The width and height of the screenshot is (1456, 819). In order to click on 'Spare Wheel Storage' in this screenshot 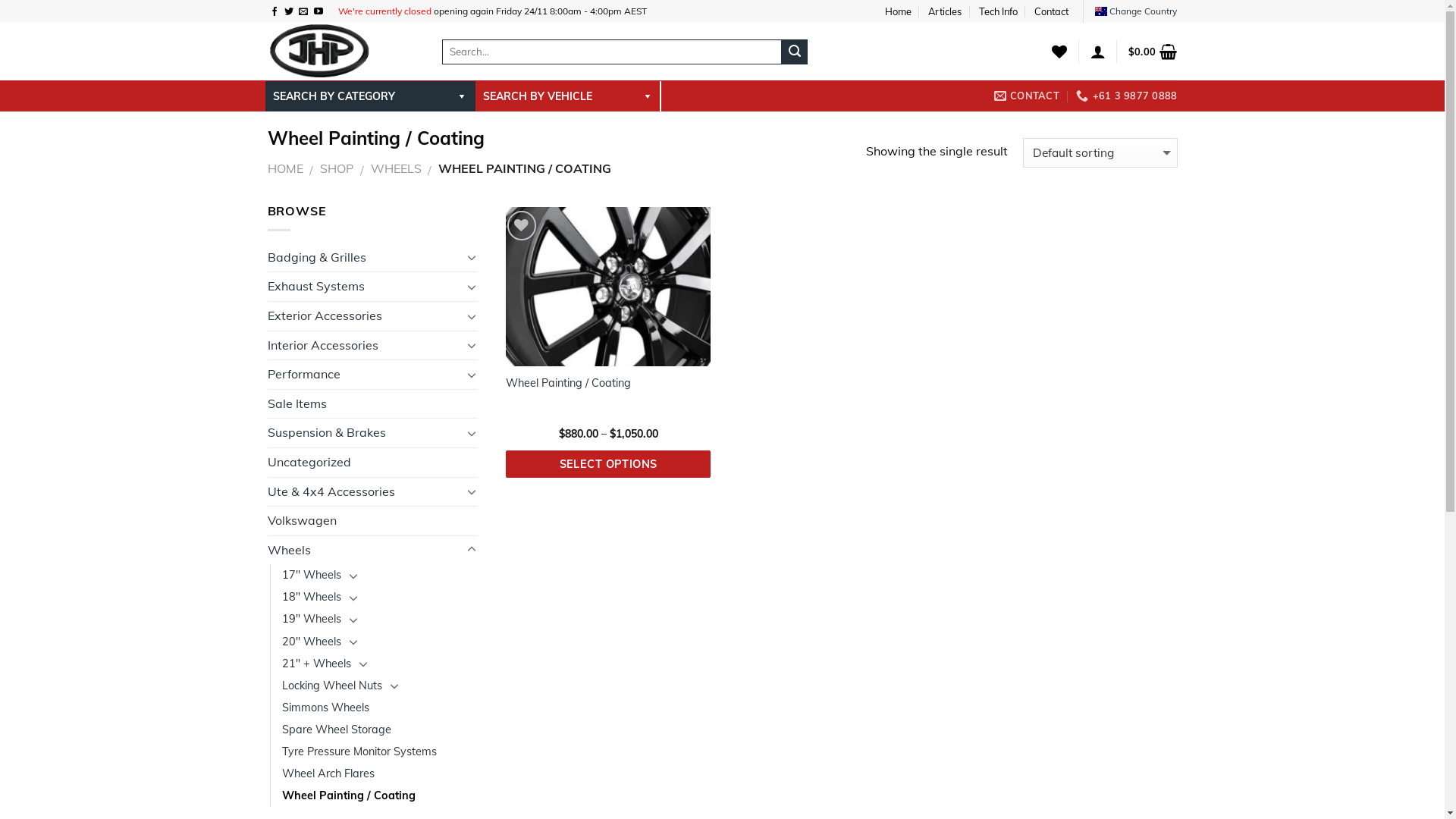, I will do `click(336, 729)`.